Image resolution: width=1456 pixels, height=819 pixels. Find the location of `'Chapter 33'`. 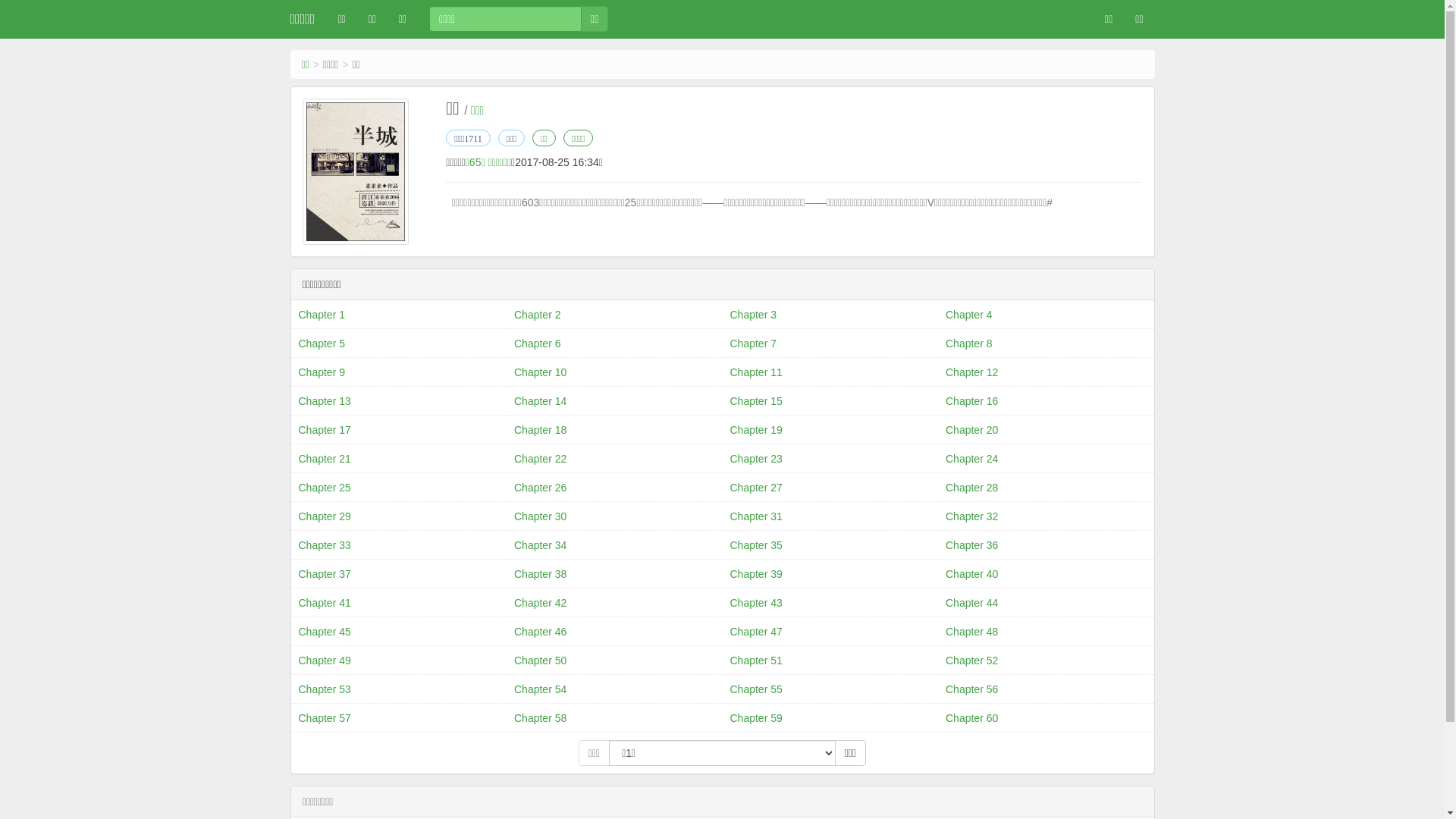

'Chapter 33' is located at coordinates (298, 544).